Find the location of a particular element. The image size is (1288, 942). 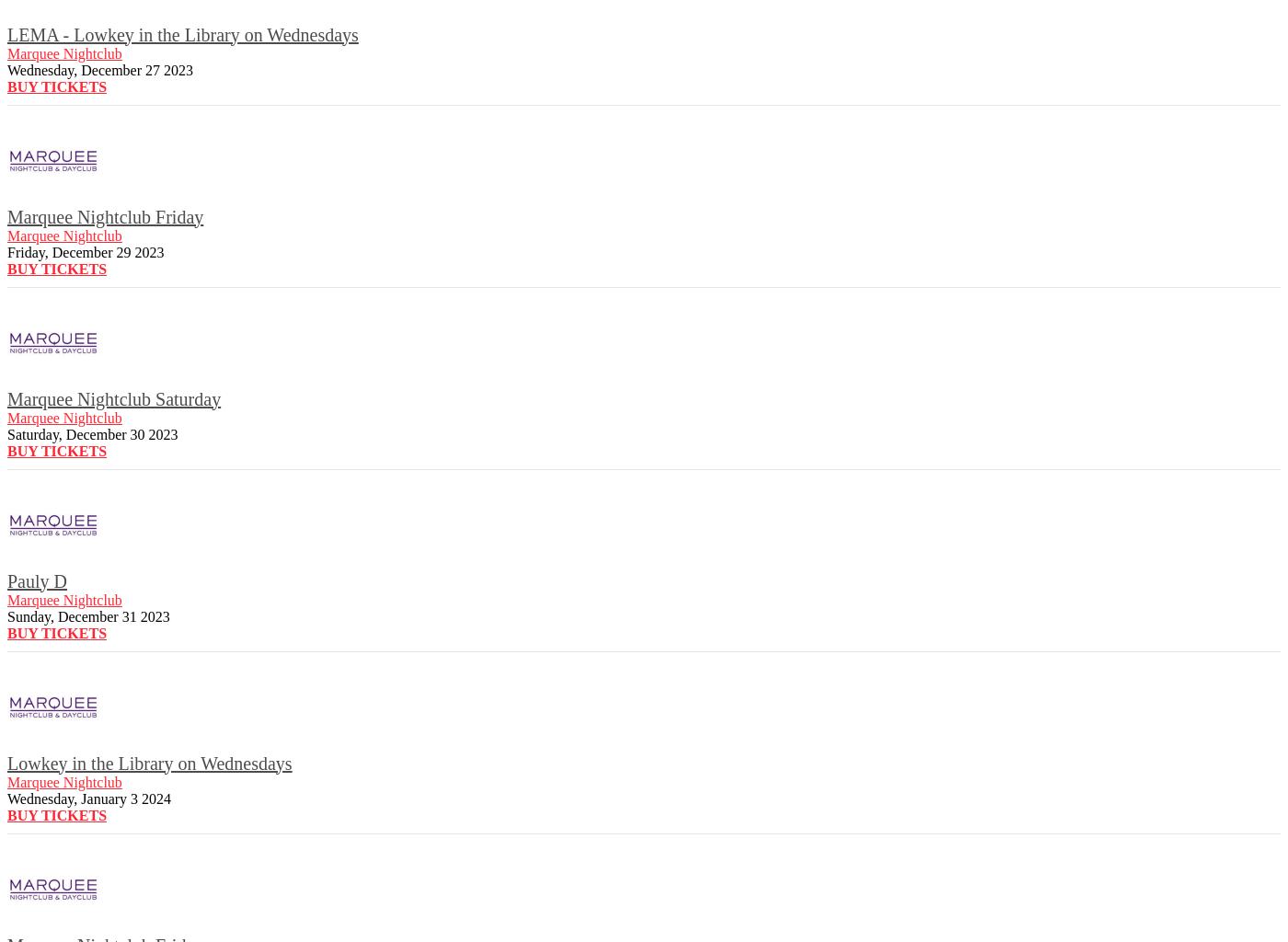

'Pauly D' is located at coordinates (37, 580).